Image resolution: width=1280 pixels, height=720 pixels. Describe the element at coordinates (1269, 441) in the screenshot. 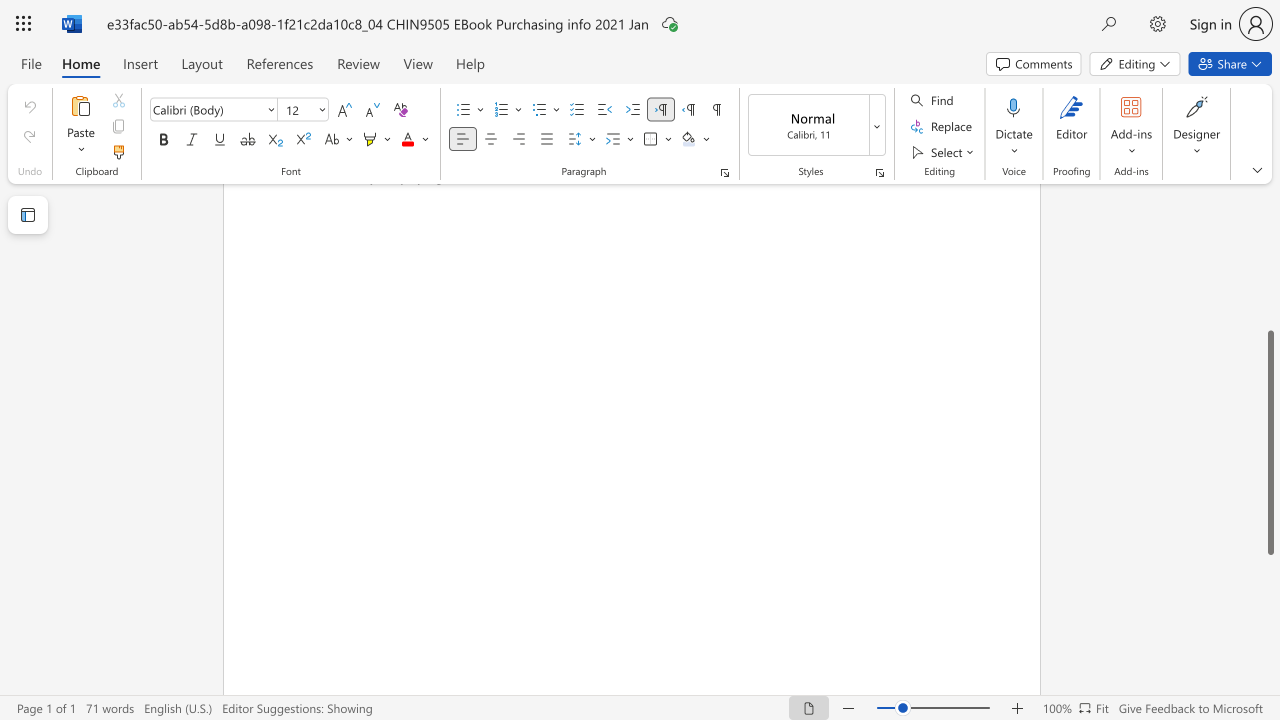

I see `the scrollbar and move up 110 pixels` at that location.